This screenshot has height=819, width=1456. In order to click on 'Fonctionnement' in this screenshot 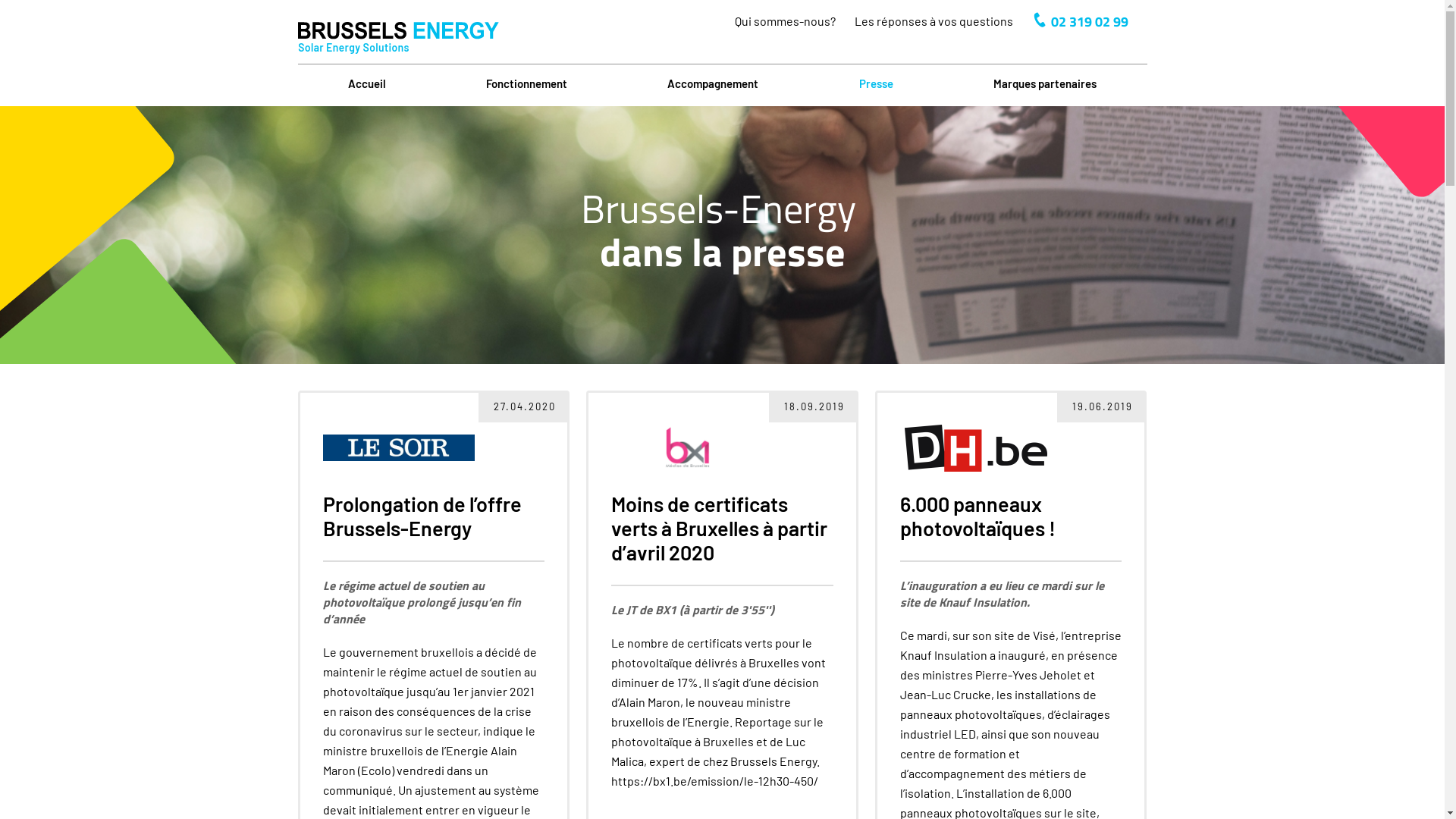, I will do `click(526, 83)`.